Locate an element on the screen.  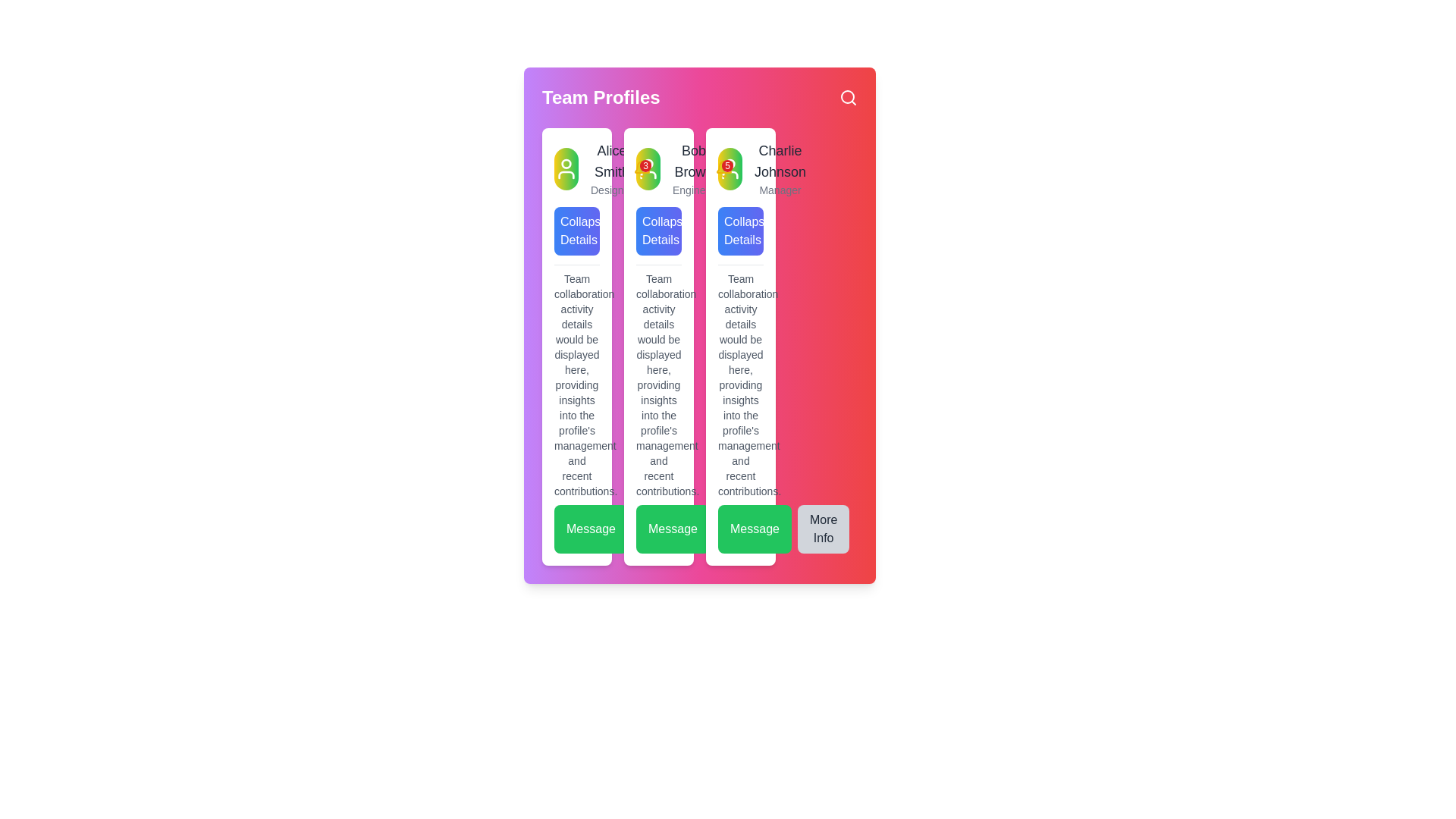
the 'More Info' button located to the right of the 'Message' button in the bottom right corner of the team member's profile card to receive additional information is located at coordinates (823, 529).